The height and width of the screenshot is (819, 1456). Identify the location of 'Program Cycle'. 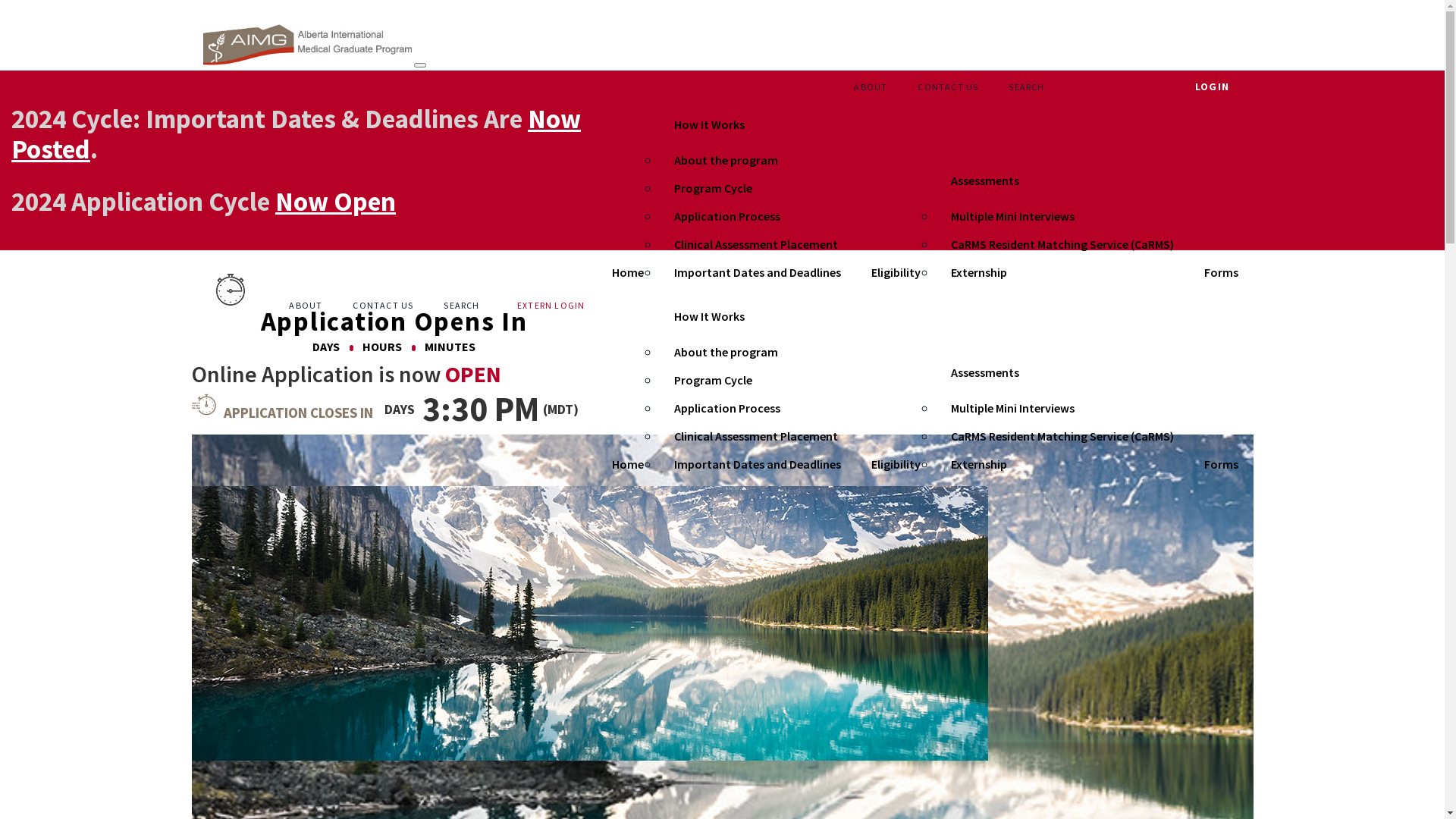
(757, 187).